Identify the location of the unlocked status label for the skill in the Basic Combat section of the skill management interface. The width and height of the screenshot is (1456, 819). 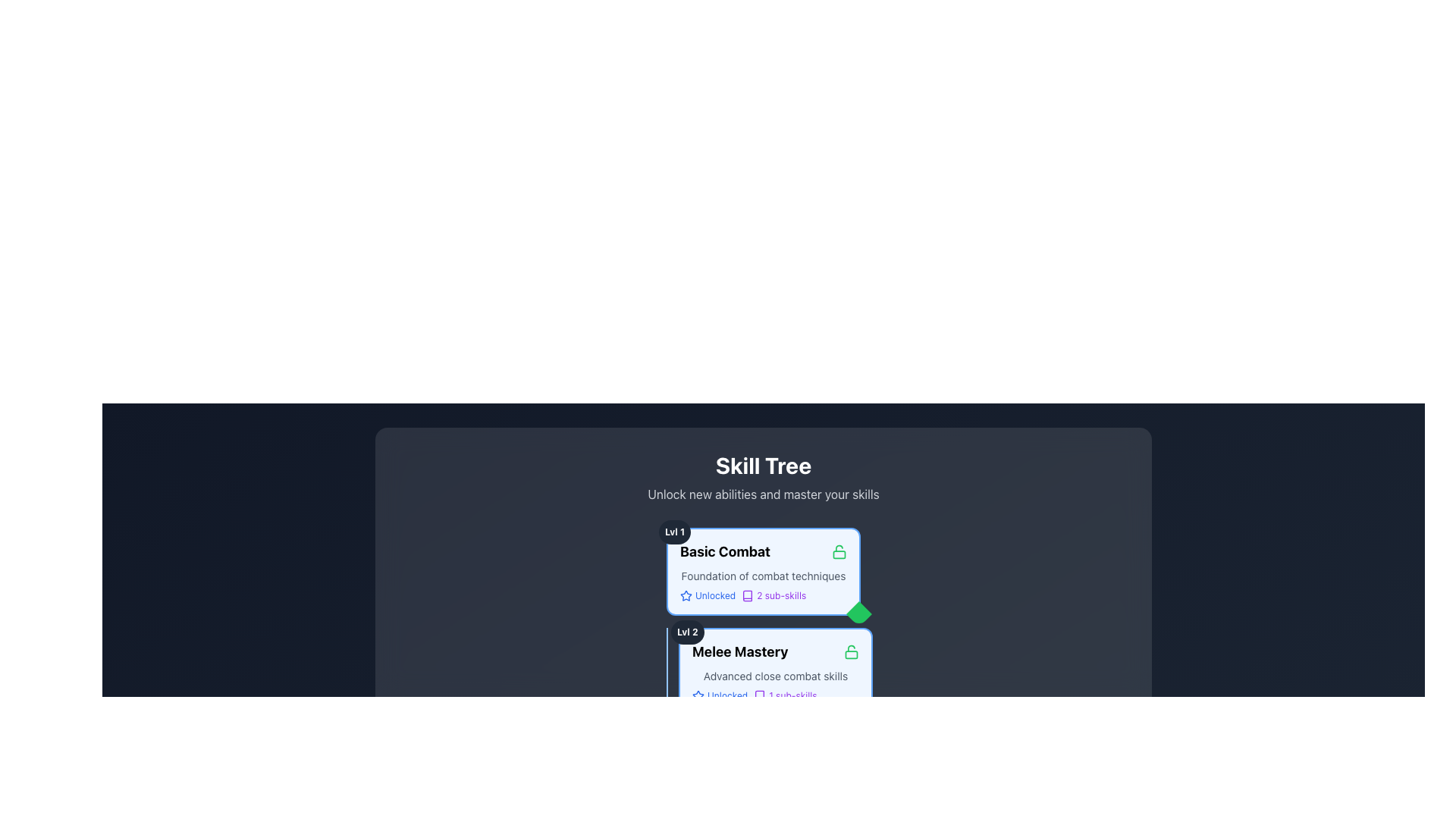
(707, 595).